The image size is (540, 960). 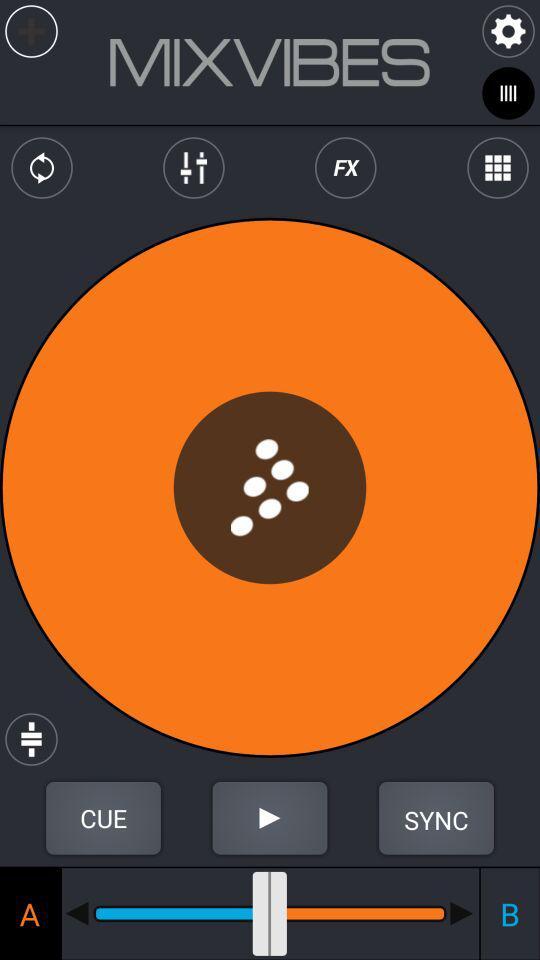 I want to click on volume controls, so click(x=193, y=167).